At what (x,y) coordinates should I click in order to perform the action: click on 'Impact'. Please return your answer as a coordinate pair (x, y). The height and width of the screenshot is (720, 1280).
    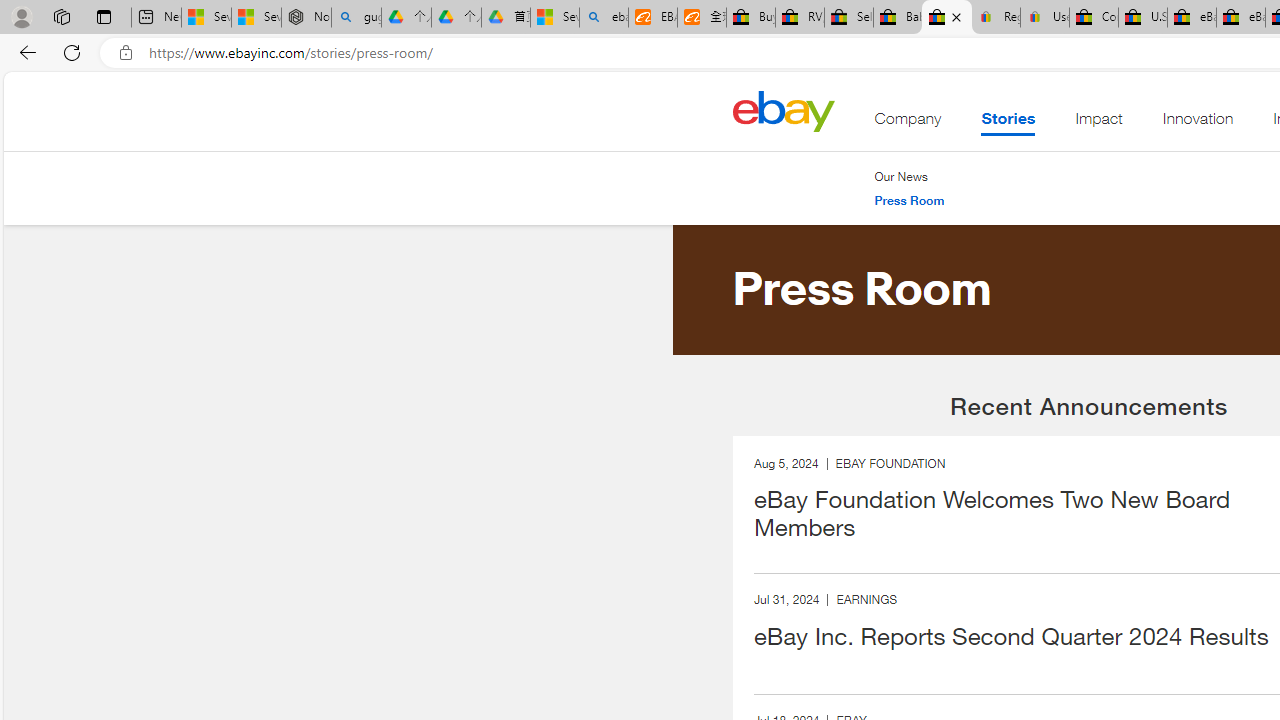
    Looking at the image, I should click on (1097, 123).